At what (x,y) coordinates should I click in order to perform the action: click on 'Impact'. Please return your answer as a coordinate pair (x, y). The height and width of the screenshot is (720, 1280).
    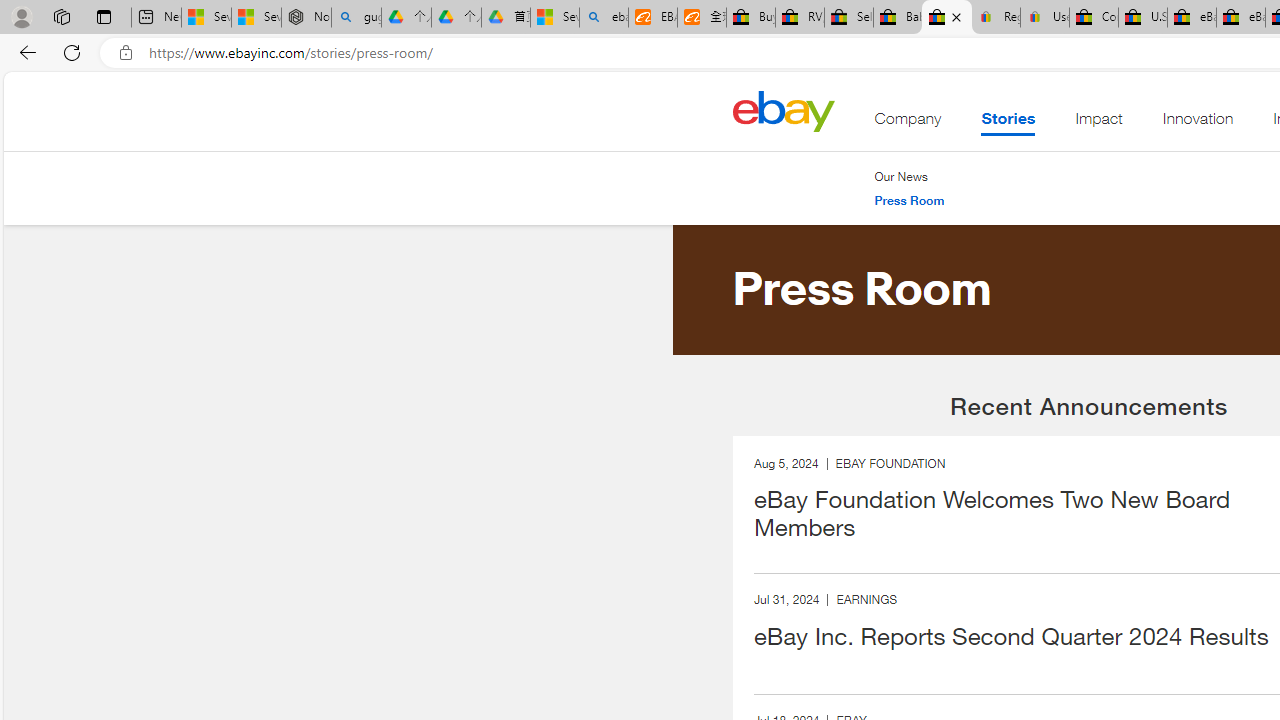
    Looking at the image, I should click on (1097, 123).